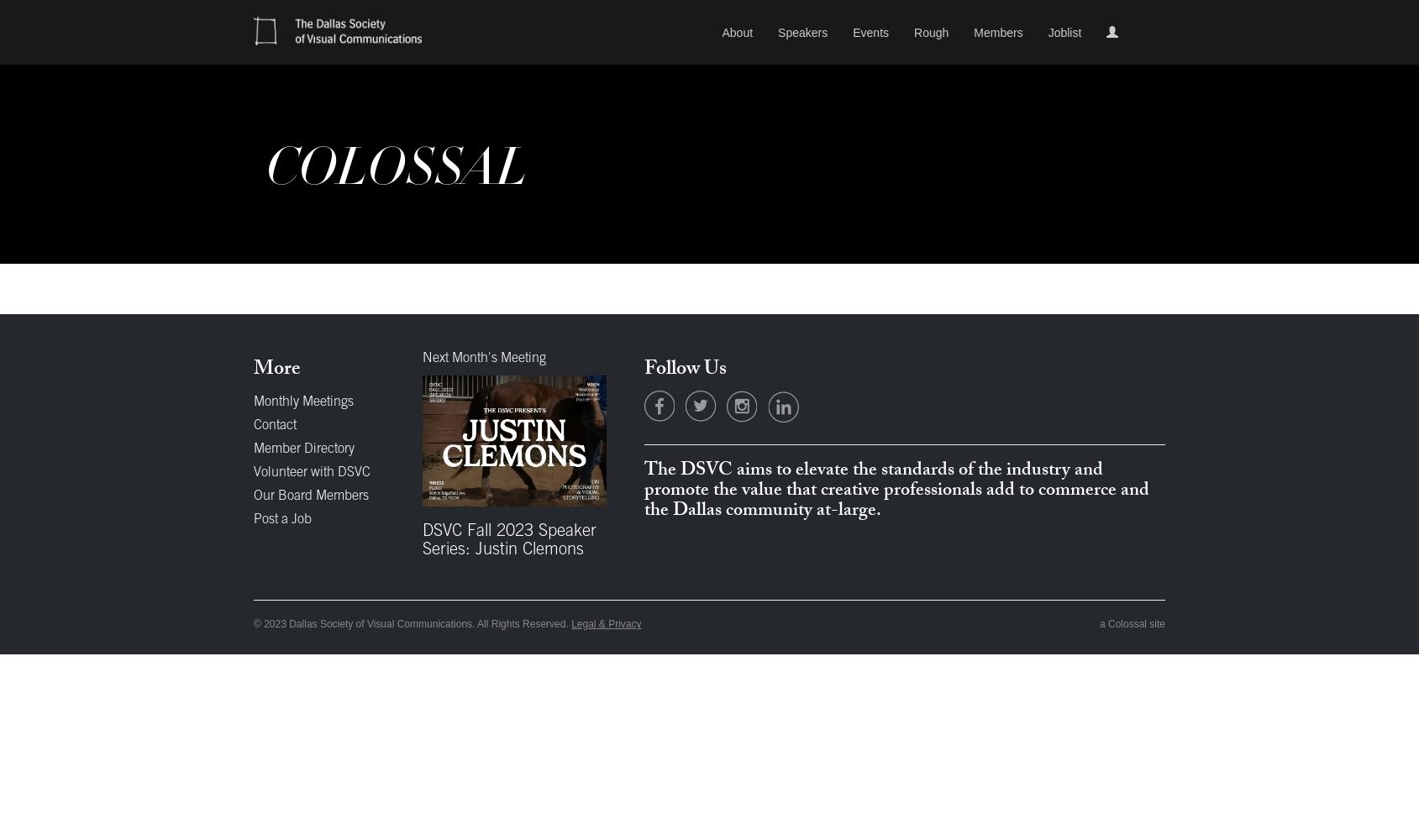  I want to click on 'Volunteer with DSVC', so click(312, 472).